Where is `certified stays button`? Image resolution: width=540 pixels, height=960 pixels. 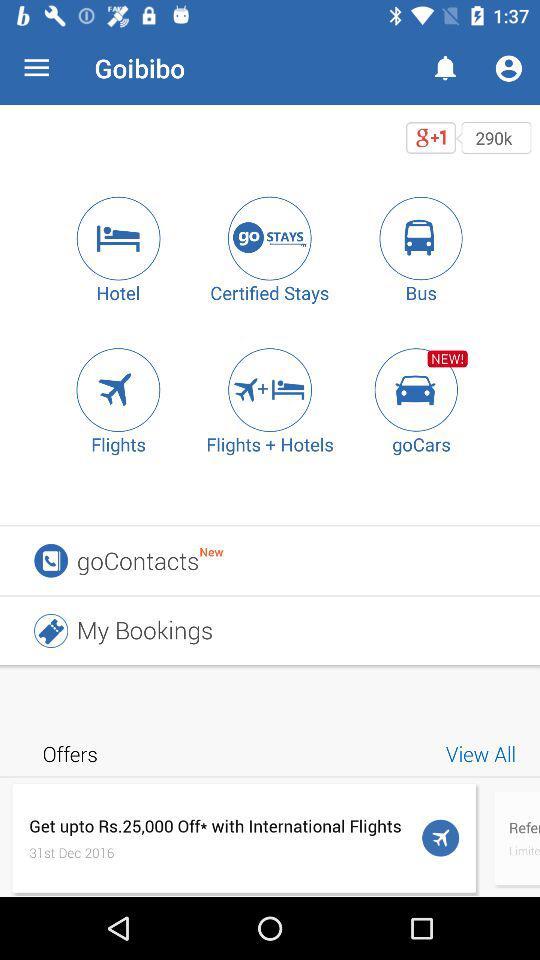 certified stays button is located at coordinates (270, 238).